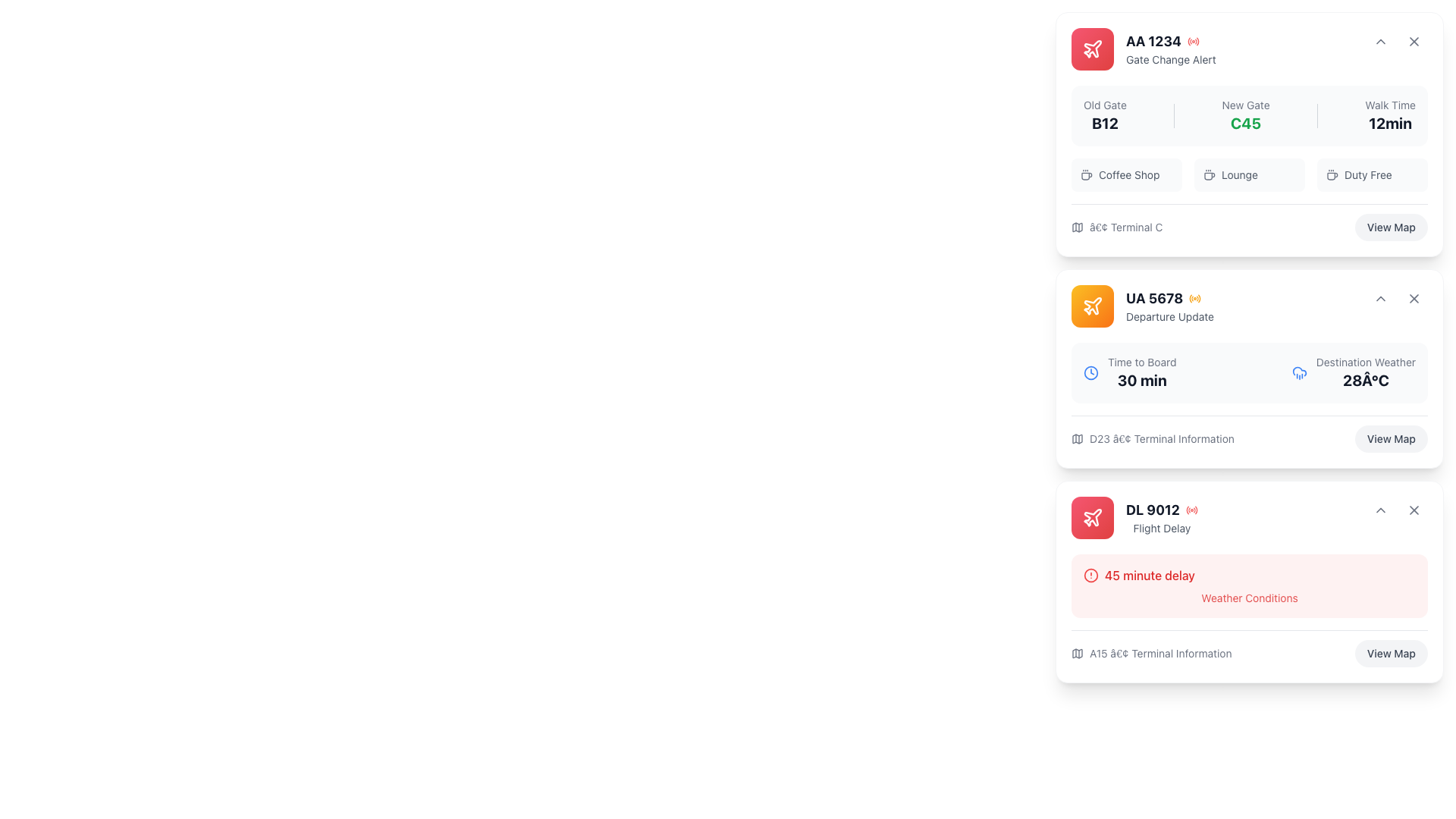 The image size is (1456, 819). Describe the element at coordinates (1414, 40) in the screenshot. I see `the small gray 'X' icon in the top-right corner of the 'AA 1234' card` at that location.